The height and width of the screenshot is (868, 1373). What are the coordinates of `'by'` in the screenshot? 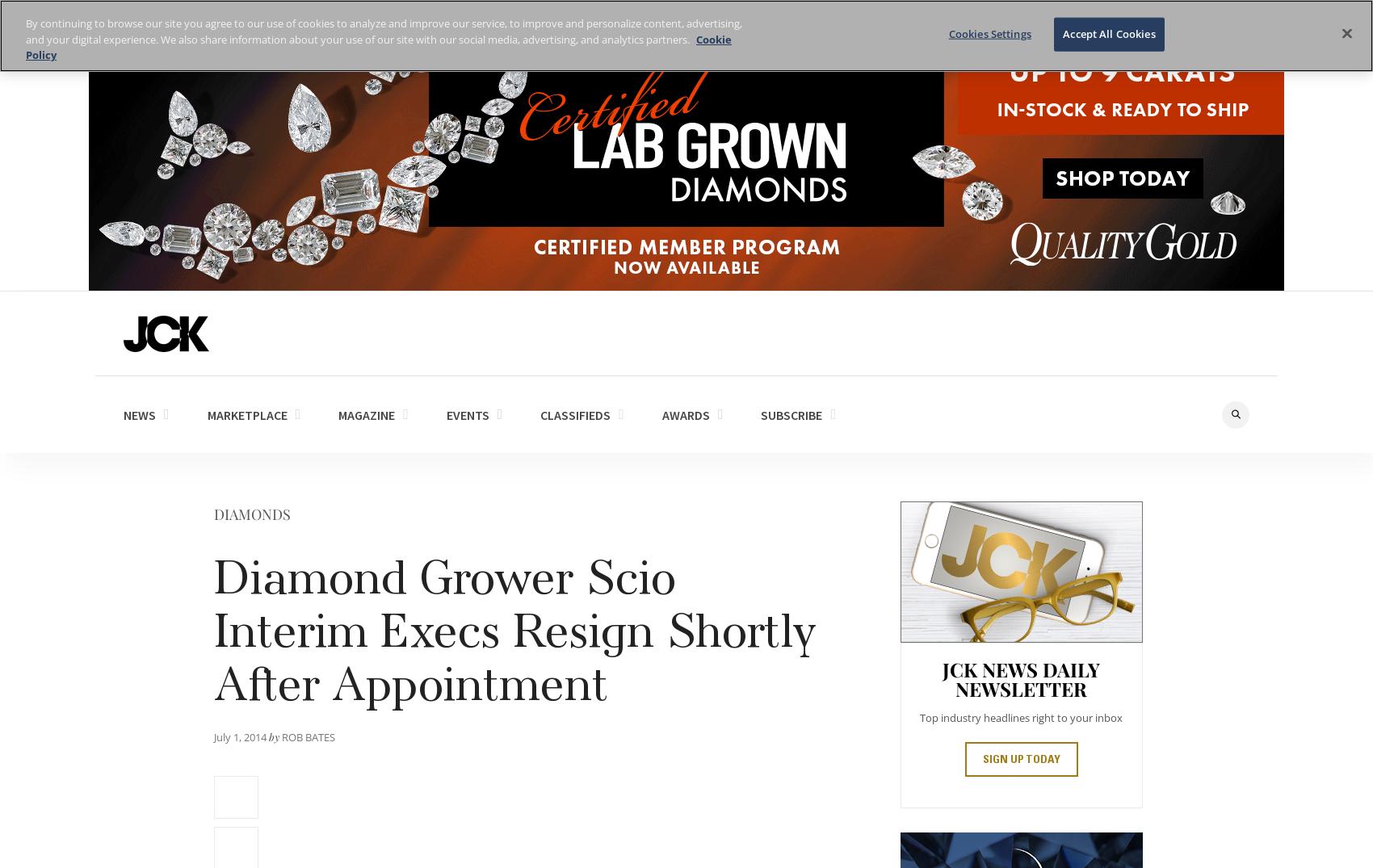 It's located at (268, 736).